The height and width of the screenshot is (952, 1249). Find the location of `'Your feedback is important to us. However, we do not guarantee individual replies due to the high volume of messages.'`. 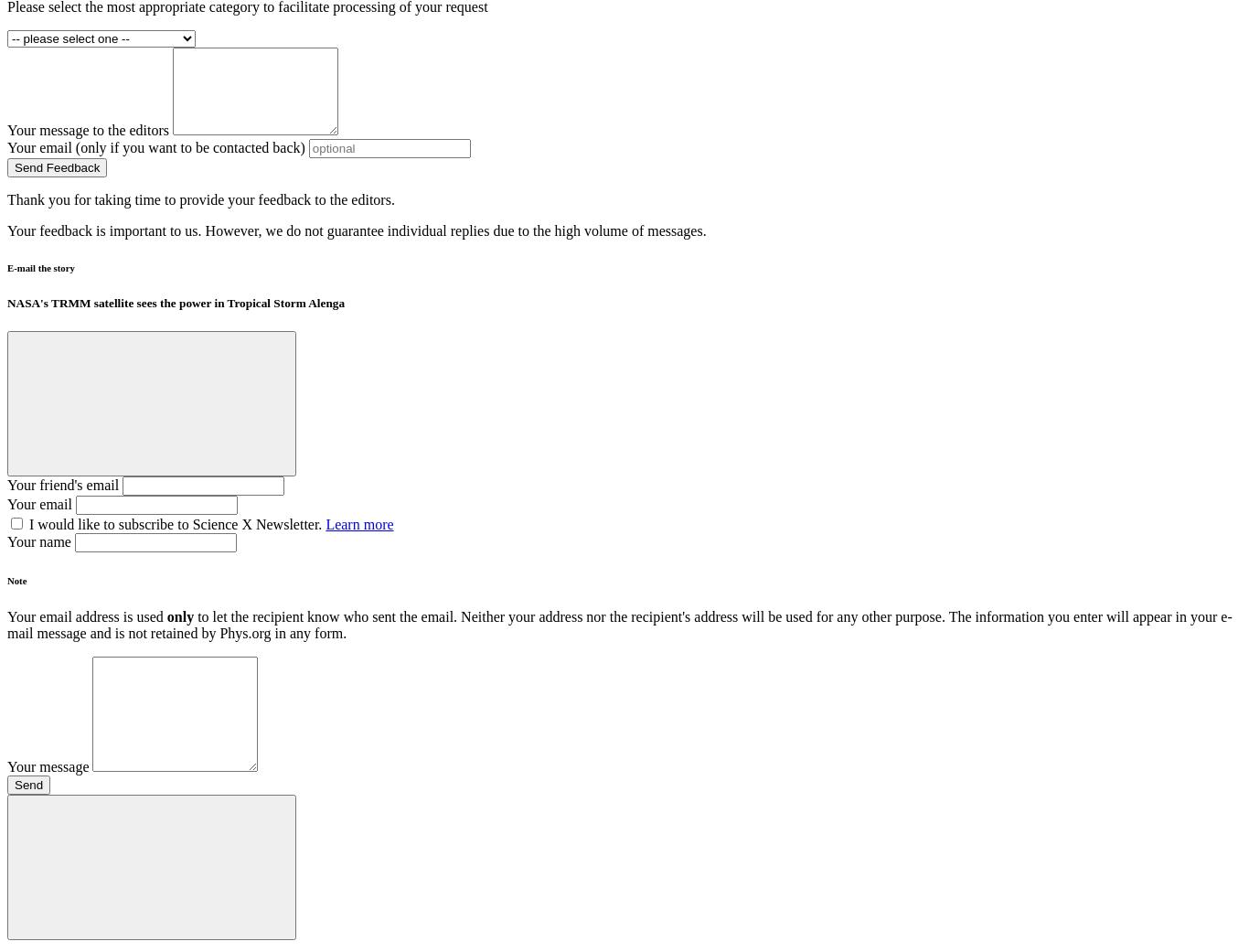

'Your feedback is important to us. However, we do not guarantee individual replies due to the high volume of messages.' is located at coordinates (355, 229).